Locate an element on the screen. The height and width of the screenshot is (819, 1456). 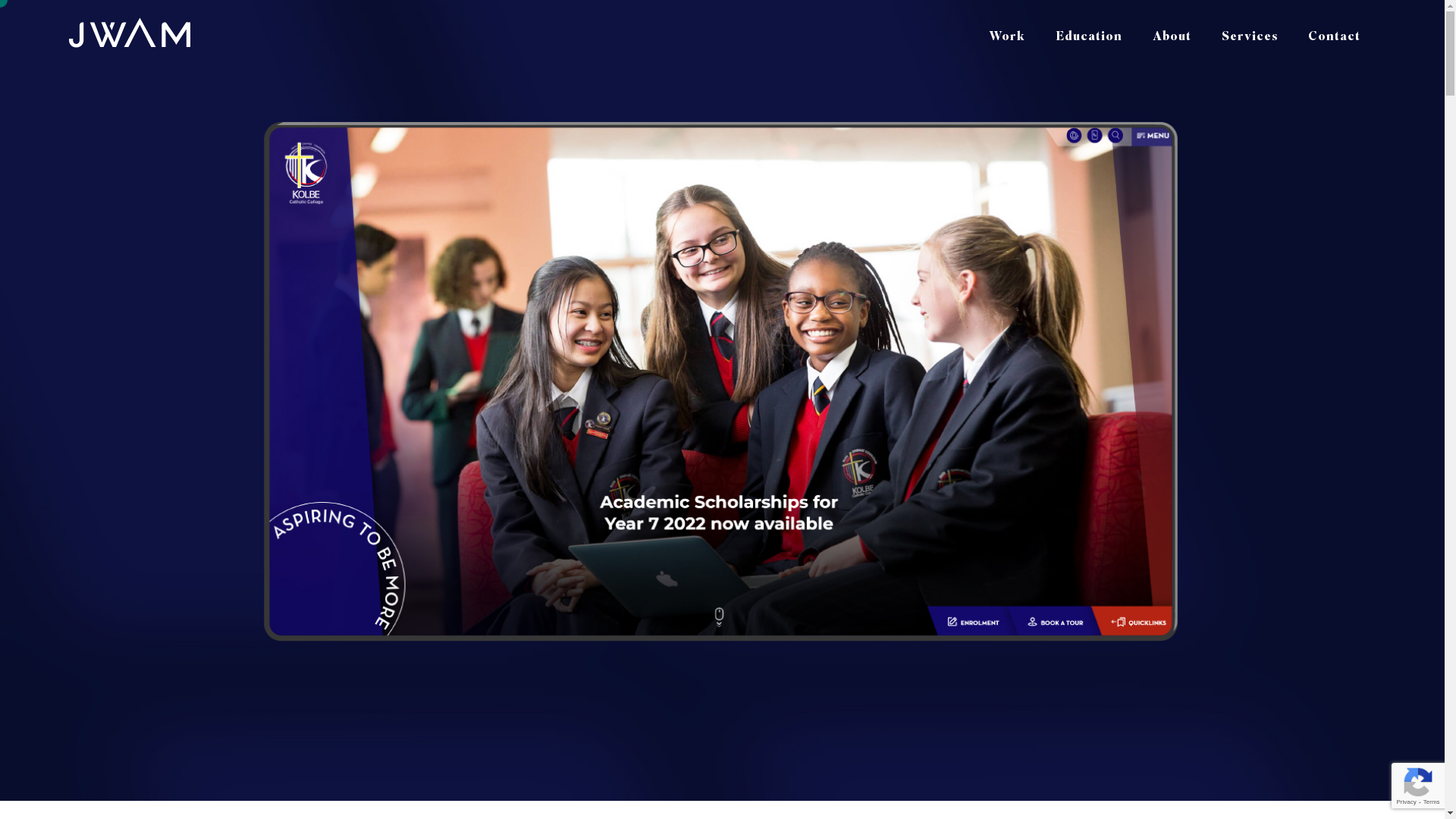
'Contact' is located at coordinates (1333, 32).